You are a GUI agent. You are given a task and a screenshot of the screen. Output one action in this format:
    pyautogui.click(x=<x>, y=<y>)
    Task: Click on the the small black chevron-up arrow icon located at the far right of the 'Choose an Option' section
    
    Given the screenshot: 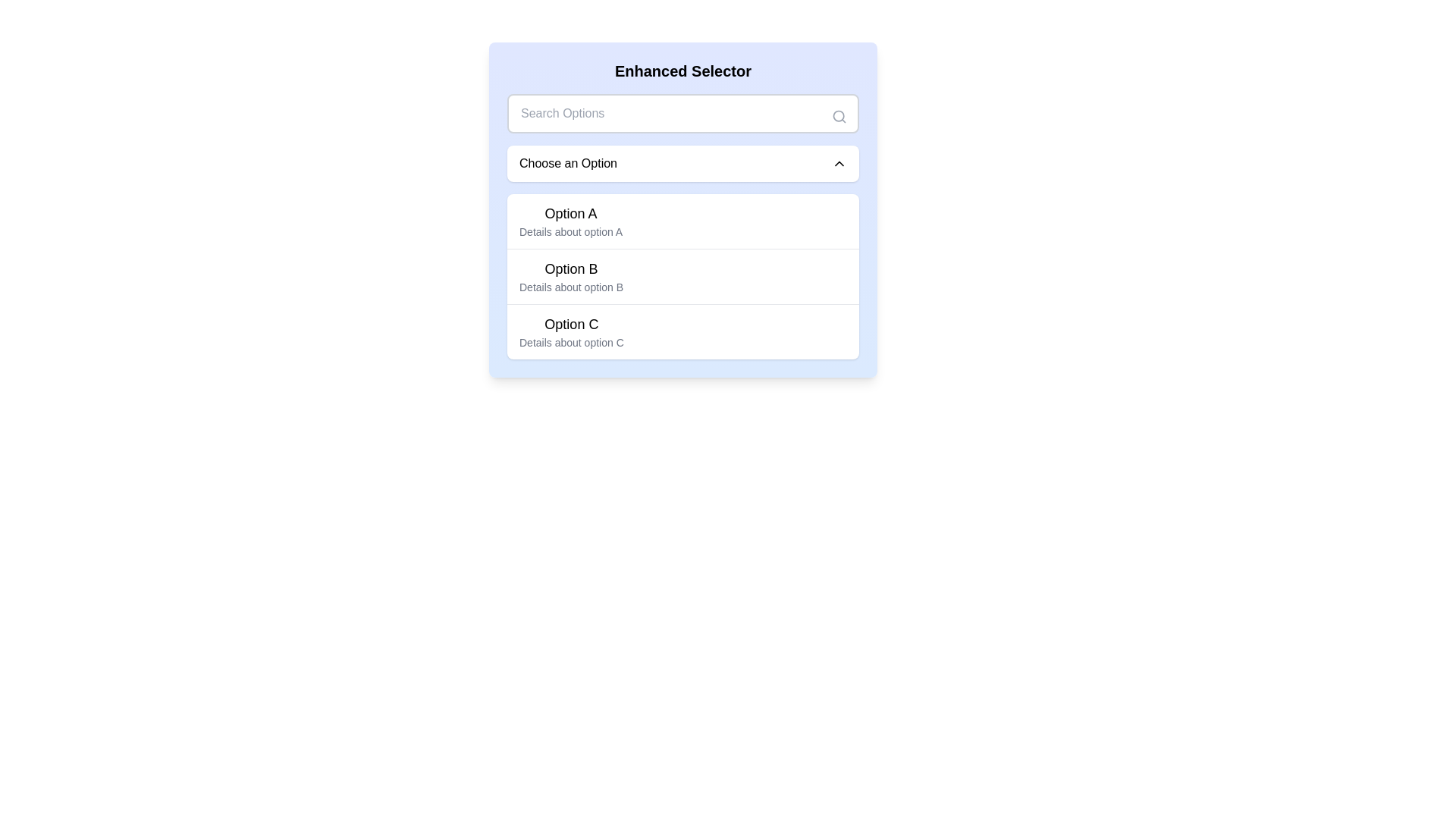 What is the action you would take?
    pyautogui.click(x=839, y=164)
    